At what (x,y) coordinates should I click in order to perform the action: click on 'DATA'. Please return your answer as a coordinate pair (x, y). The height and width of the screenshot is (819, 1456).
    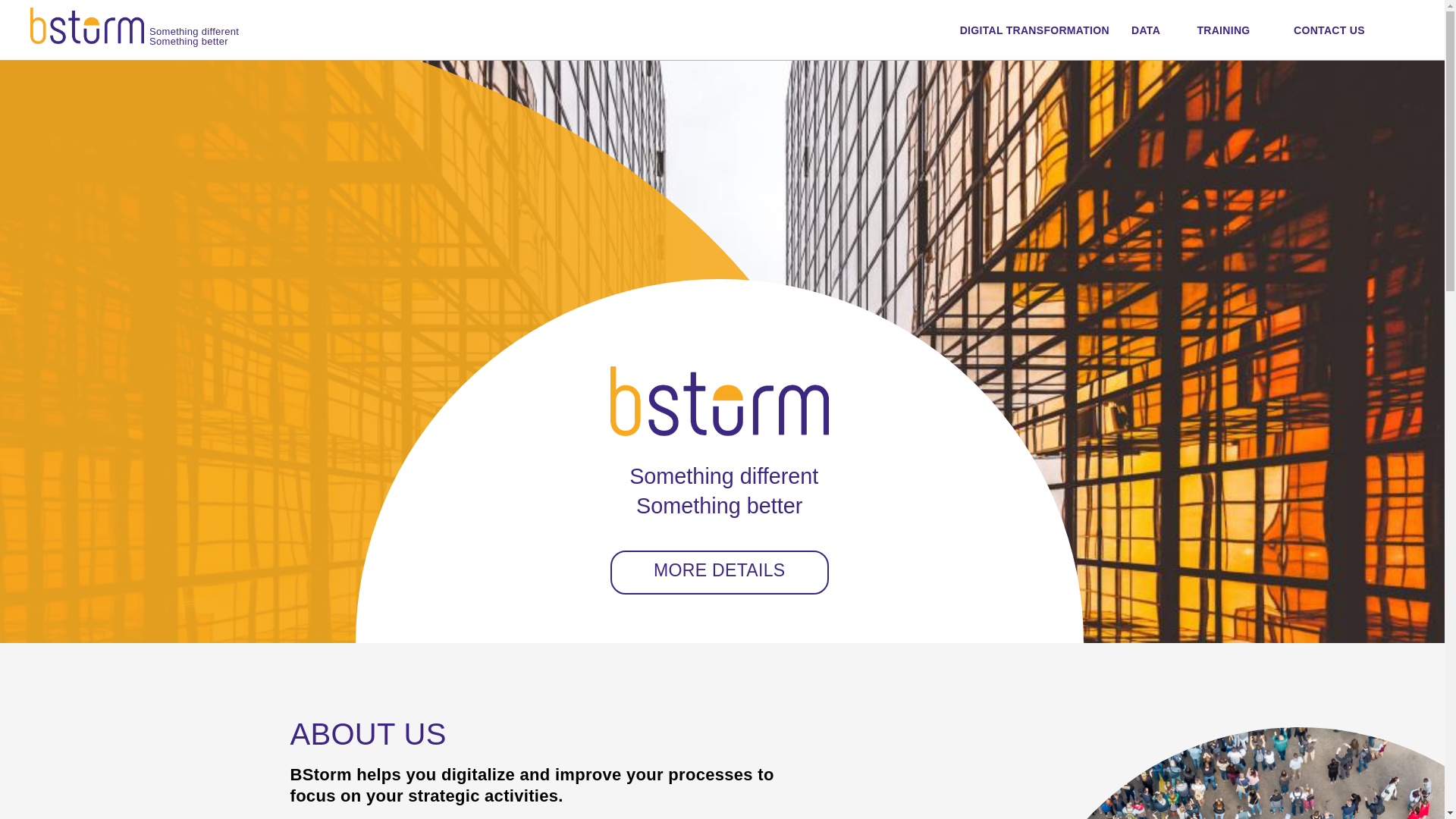
    Looking at the image, I should click on (1146, 30).